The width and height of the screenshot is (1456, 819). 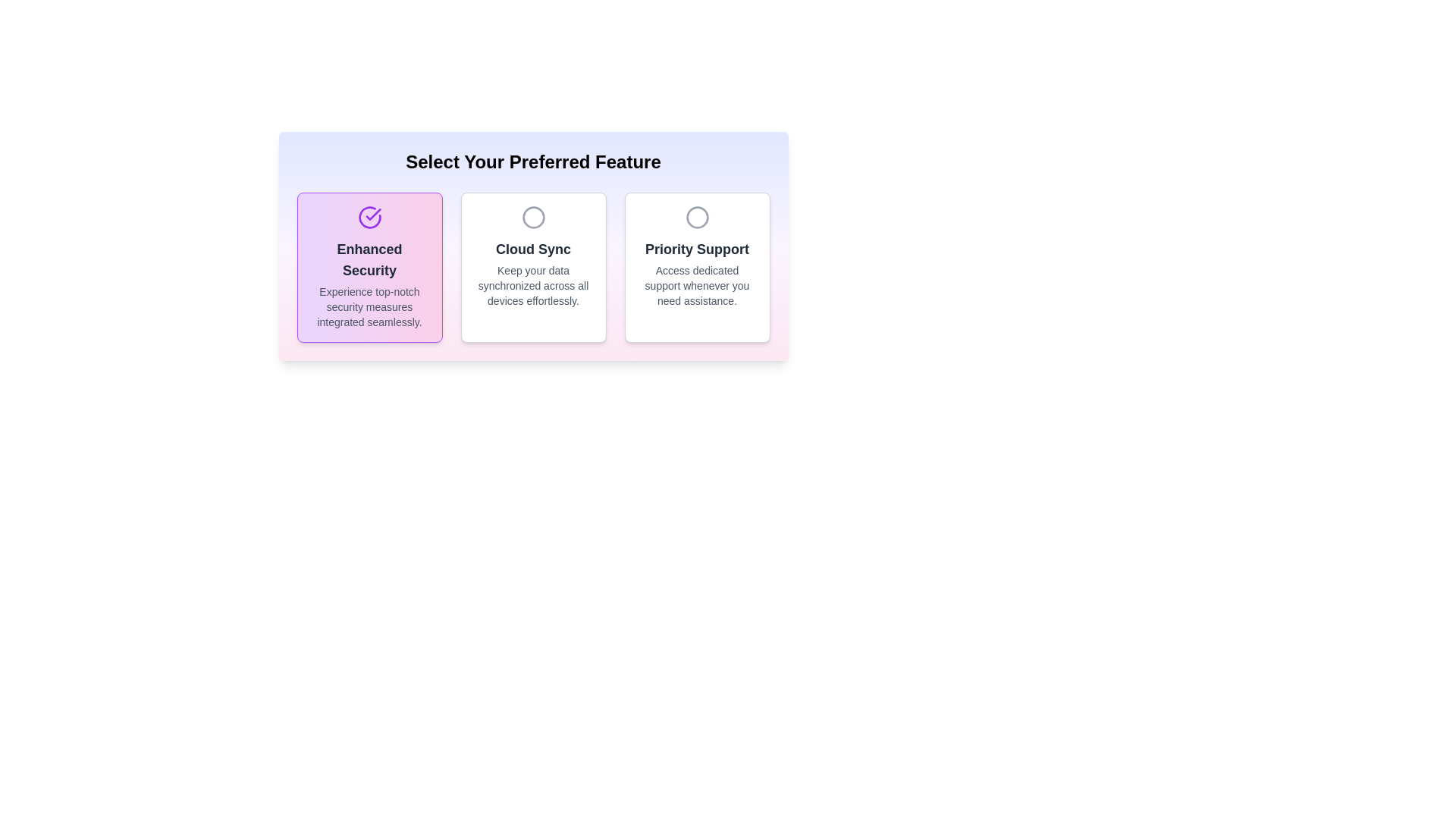 What do you see at coordinates (533, 217) in the screenshot?
I see `the decorative 'Cloud Sync' icon located in the center of the second card under the 'Select Your Preferred Feature' heading` at bounding box center [533, 217].